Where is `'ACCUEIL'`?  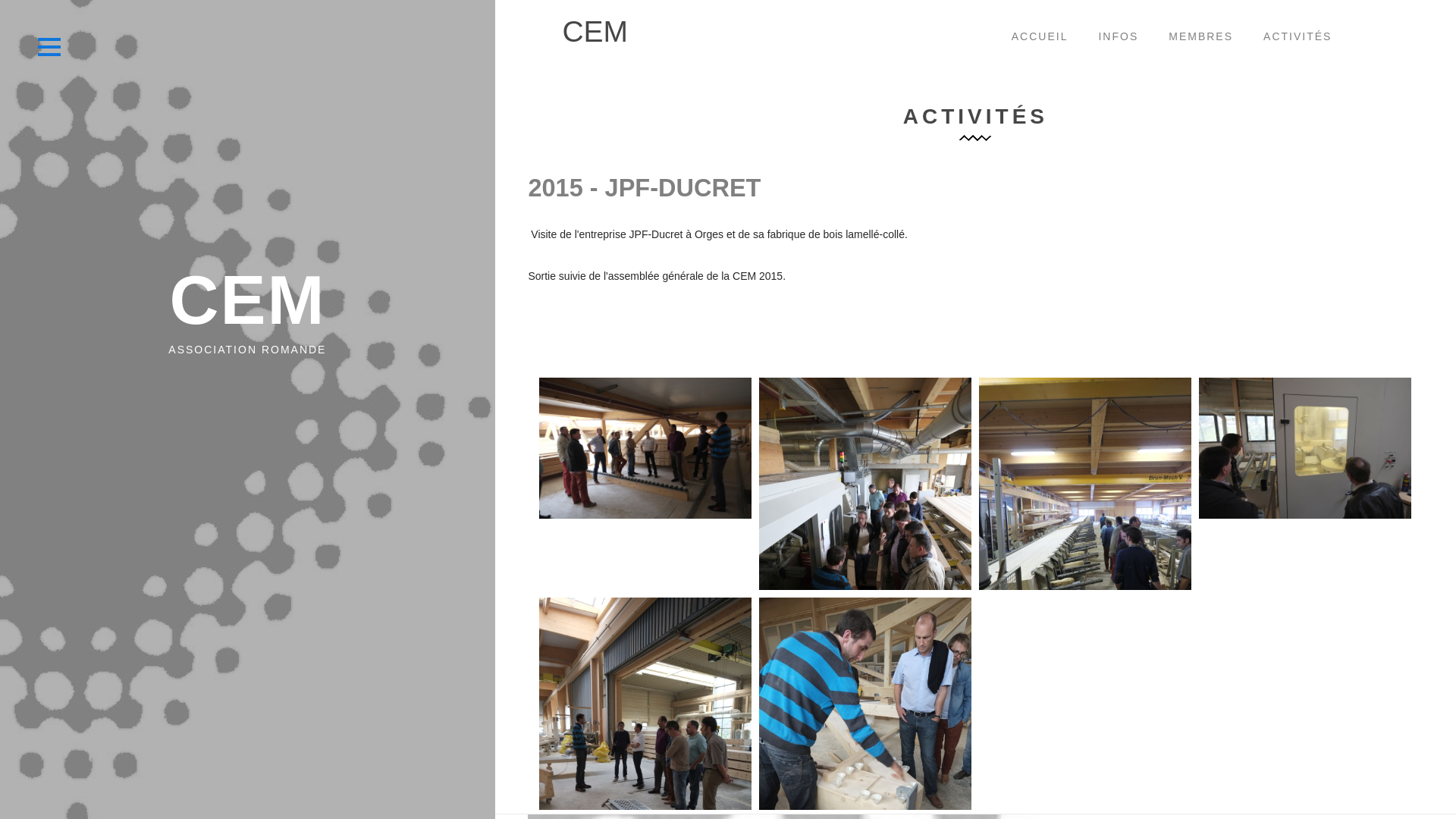
'ACCUEIL' is located at coordinates (1039, 37).